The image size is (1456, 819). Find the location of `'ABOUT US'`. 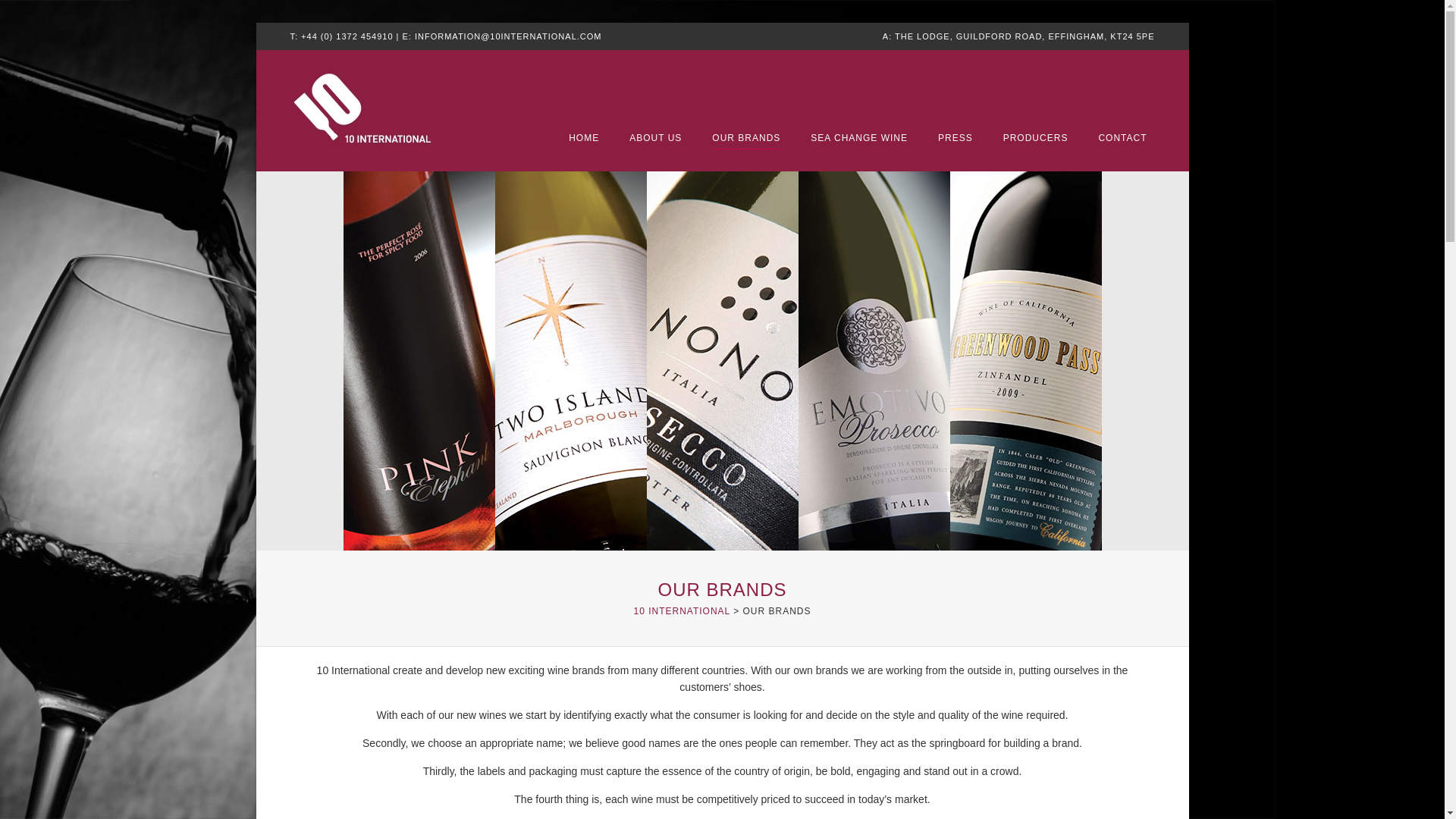

'ABOUT US' is located at coordinates (629, 138).